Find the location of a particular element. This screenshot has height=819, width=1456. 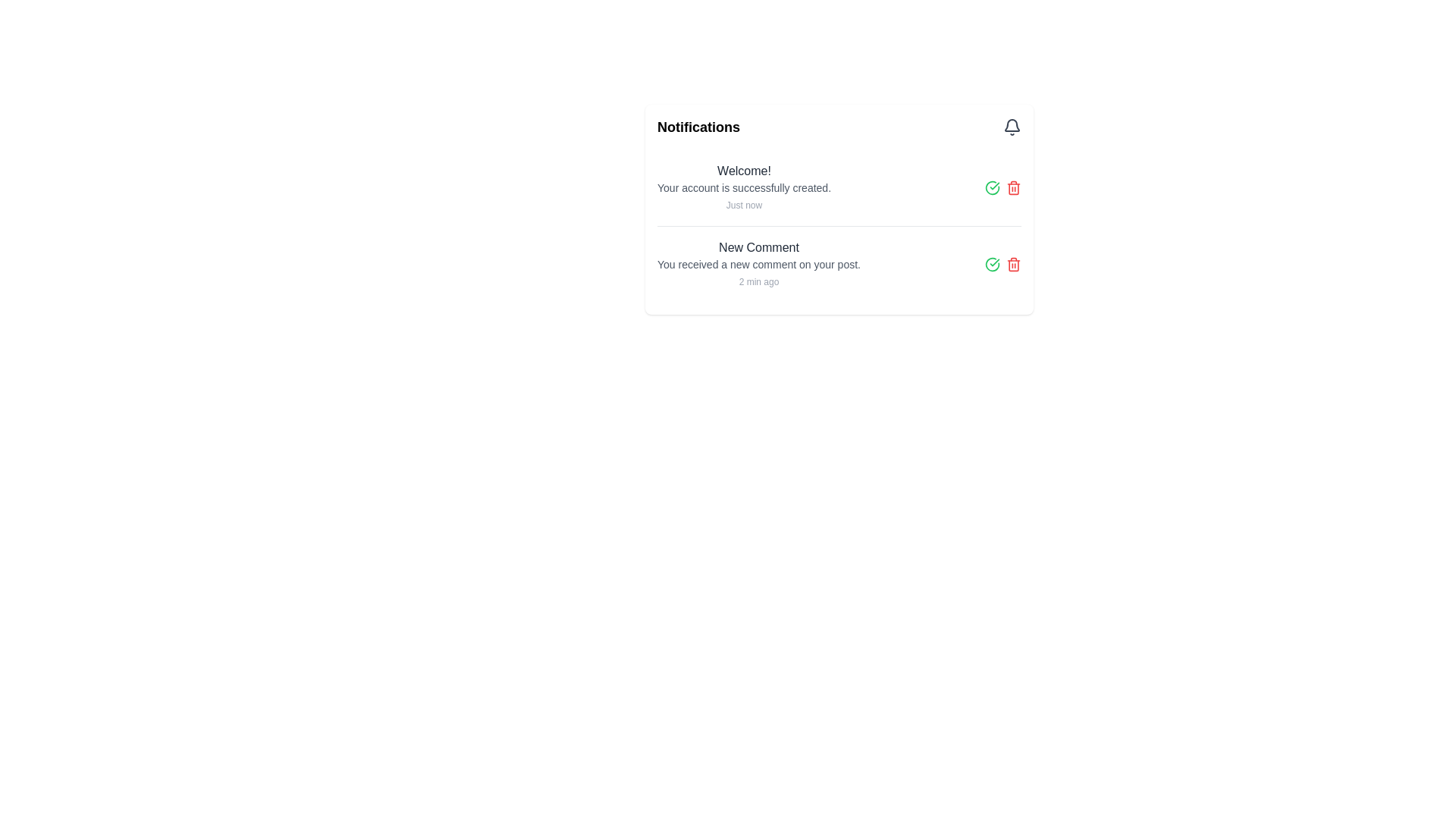

the green circular button containing a checkmark to confirm or mark the notification entry 'Welcome!' as complete is located at coordinates (993, 187).